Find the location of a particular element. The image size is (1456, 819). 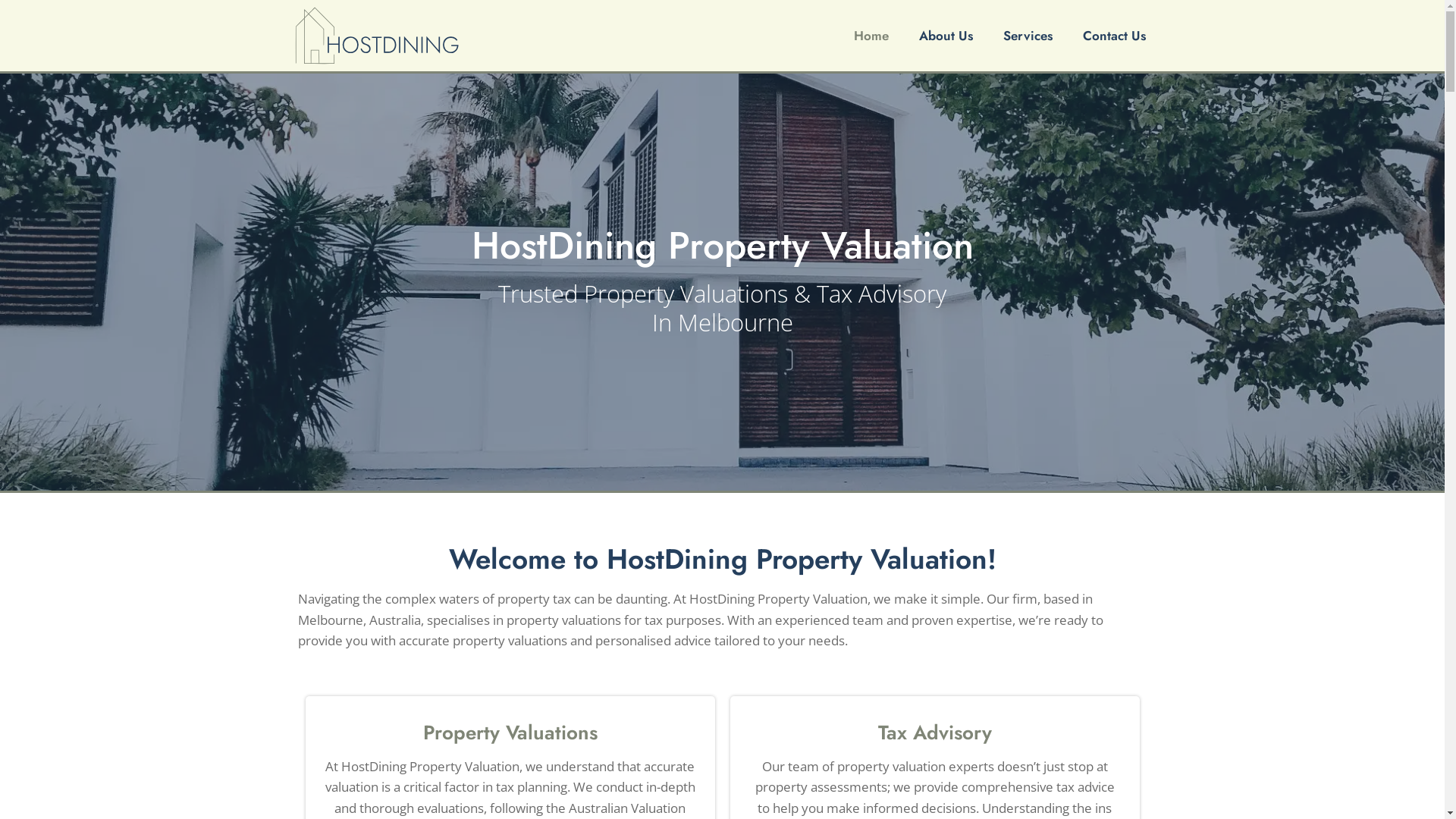

'Contact Us' is located at coordinates (1074, 34).